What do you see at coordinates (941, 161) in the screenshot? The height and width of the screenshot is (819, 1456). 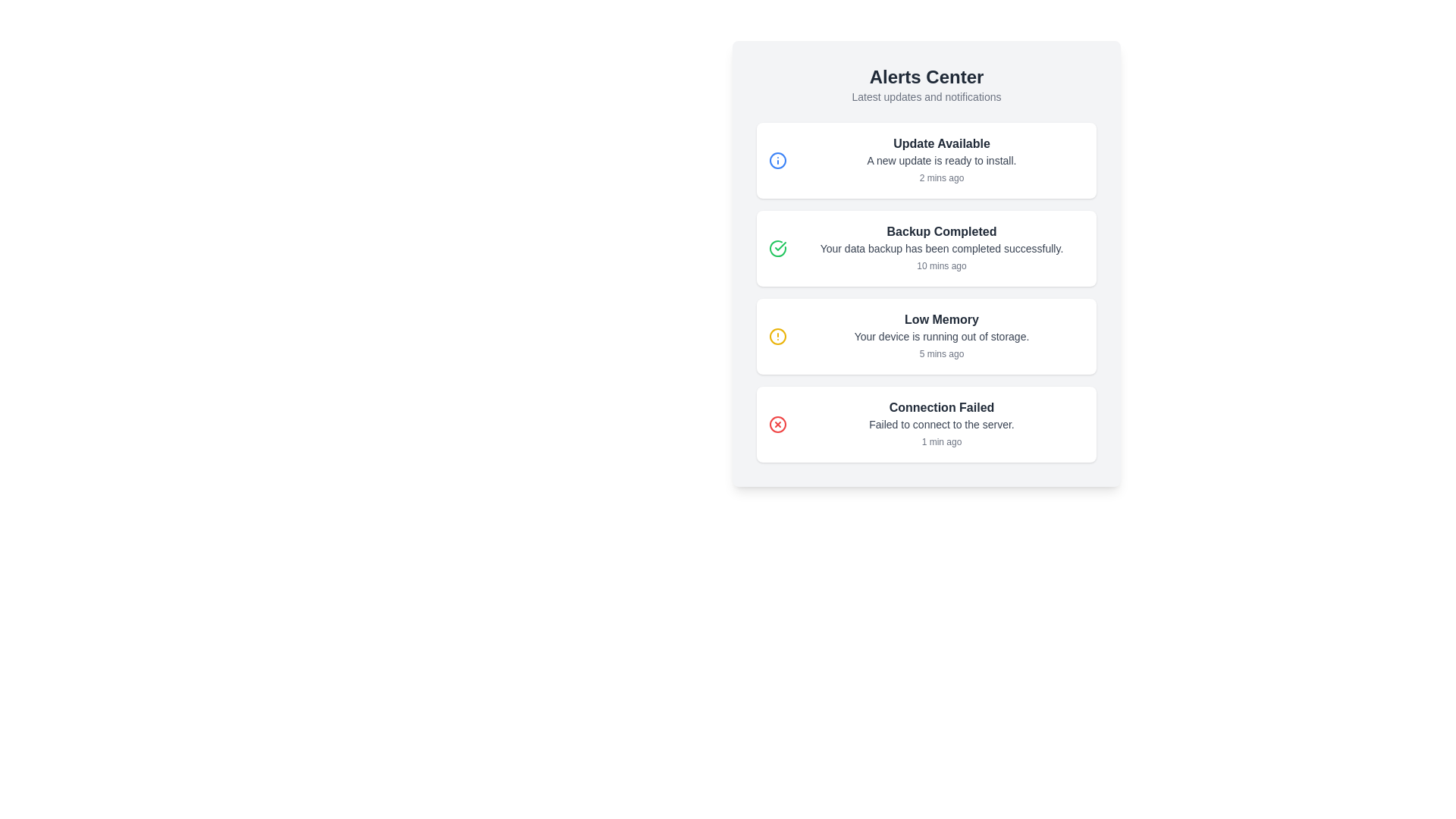 I see `the Notification card that informs the user about a new update, located at the top of the notification list under 'Alerts Center'` at bounding box center [941, 161].